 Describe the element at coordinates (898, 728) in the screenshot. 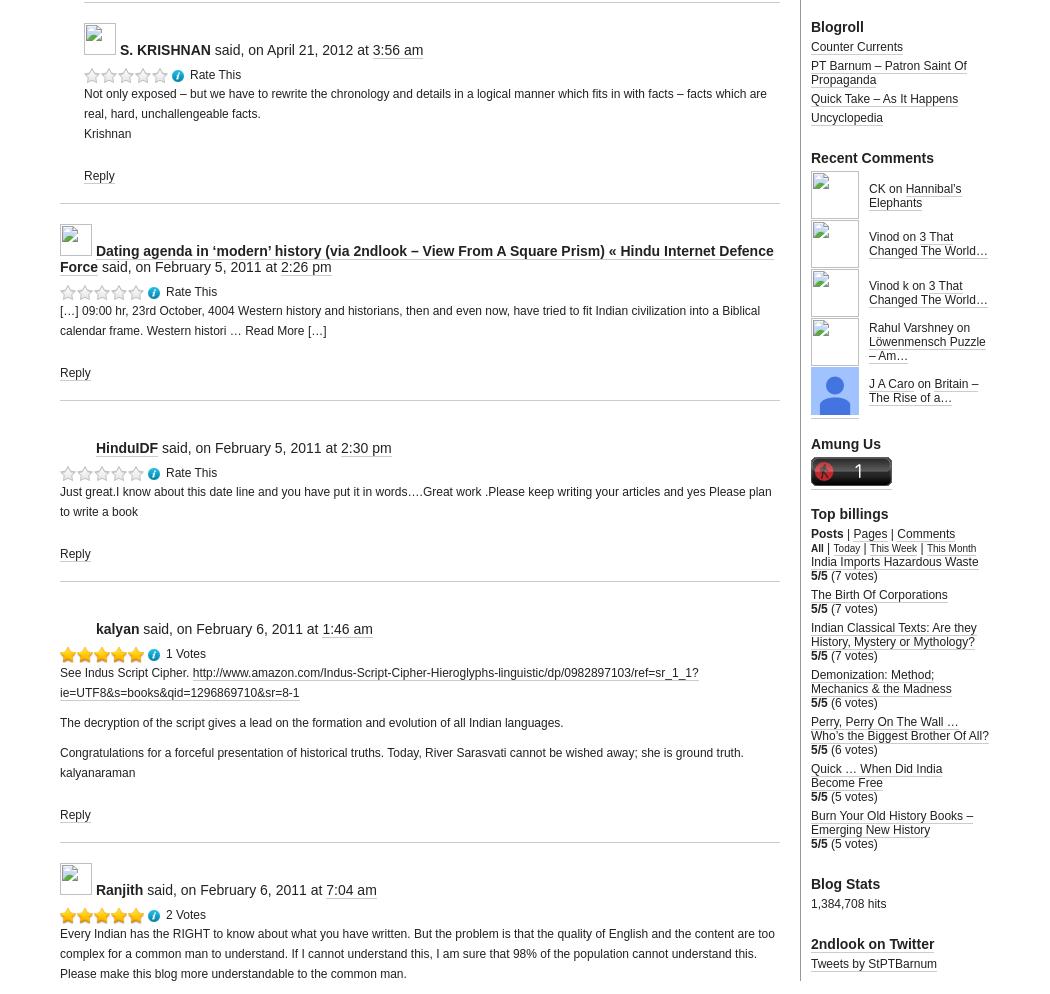

I see `'Perry, Perry On The Wall … Who’s the Biggest Brother Of All?'` at that location.